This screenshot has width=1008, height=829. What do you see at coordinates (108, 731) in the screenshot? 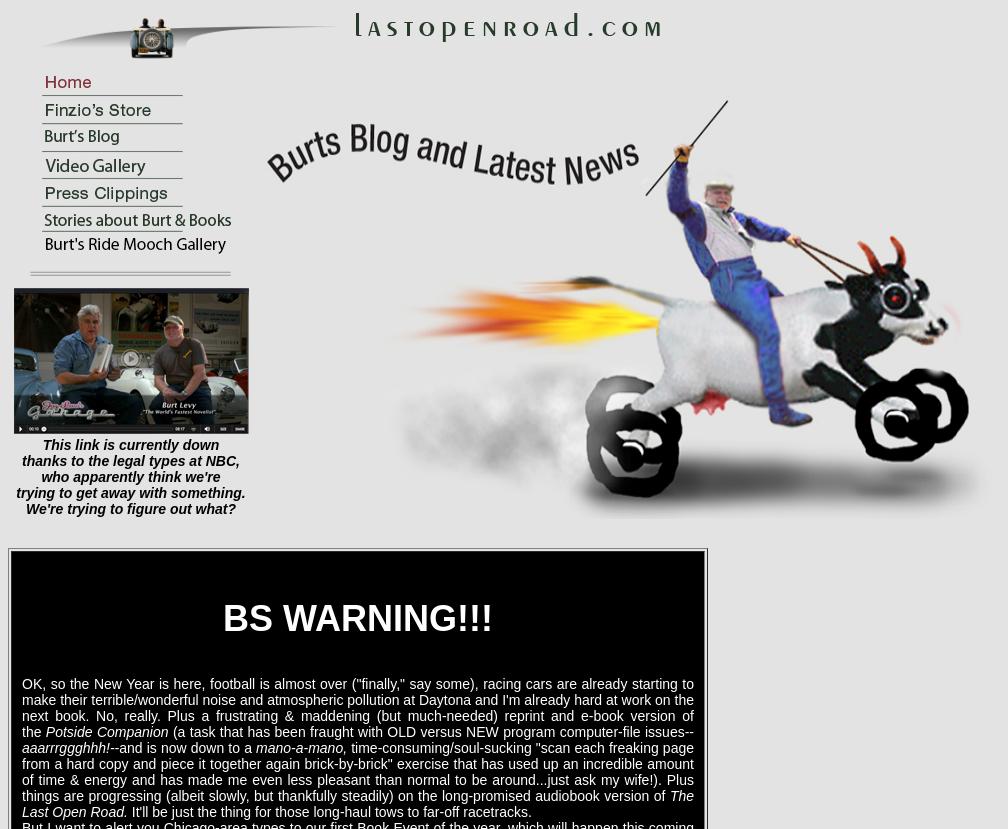
I see `'Potside Companion'` at bounding box center [108, 731].